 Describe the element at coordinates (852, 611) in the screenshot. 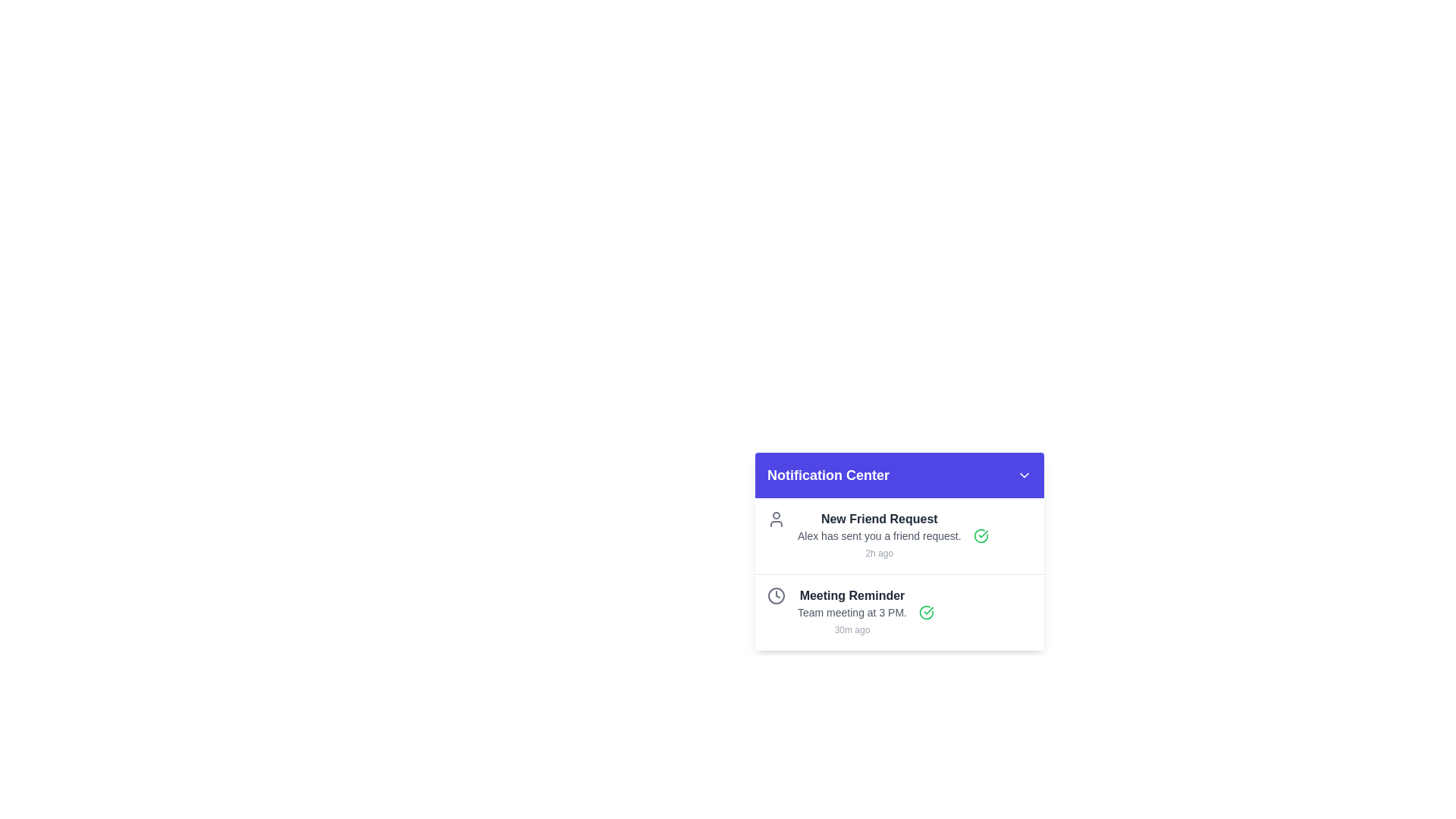

I see `the meeting reminder notification in the Notification Center panel, located in the second row below the 'New Friend Request' item` at that location.